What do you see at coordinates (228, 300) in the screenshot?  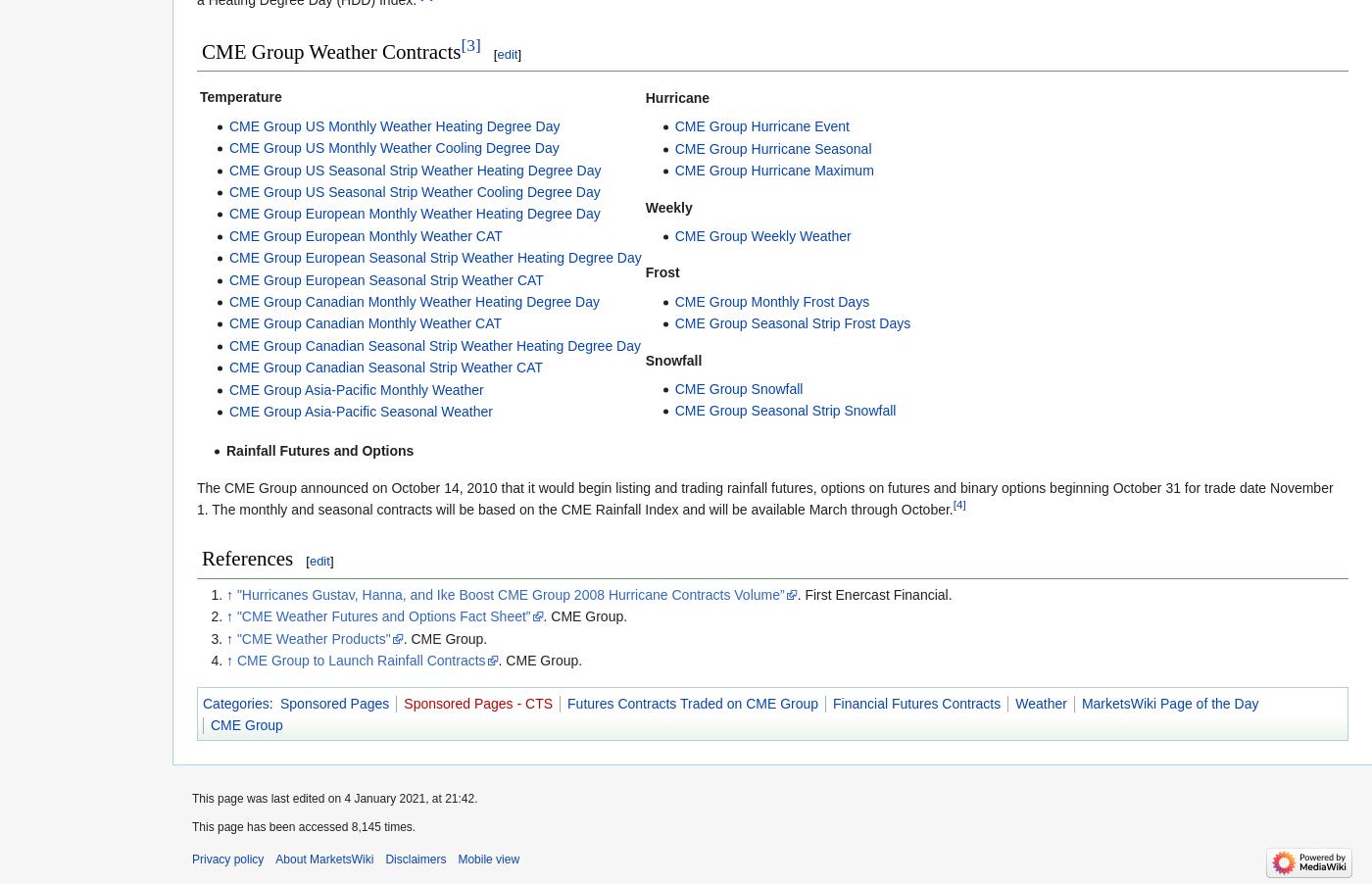 I see `'CME Group Canadian Monthly Weather Heating Degree Day'` at bounding box center [228, 300].